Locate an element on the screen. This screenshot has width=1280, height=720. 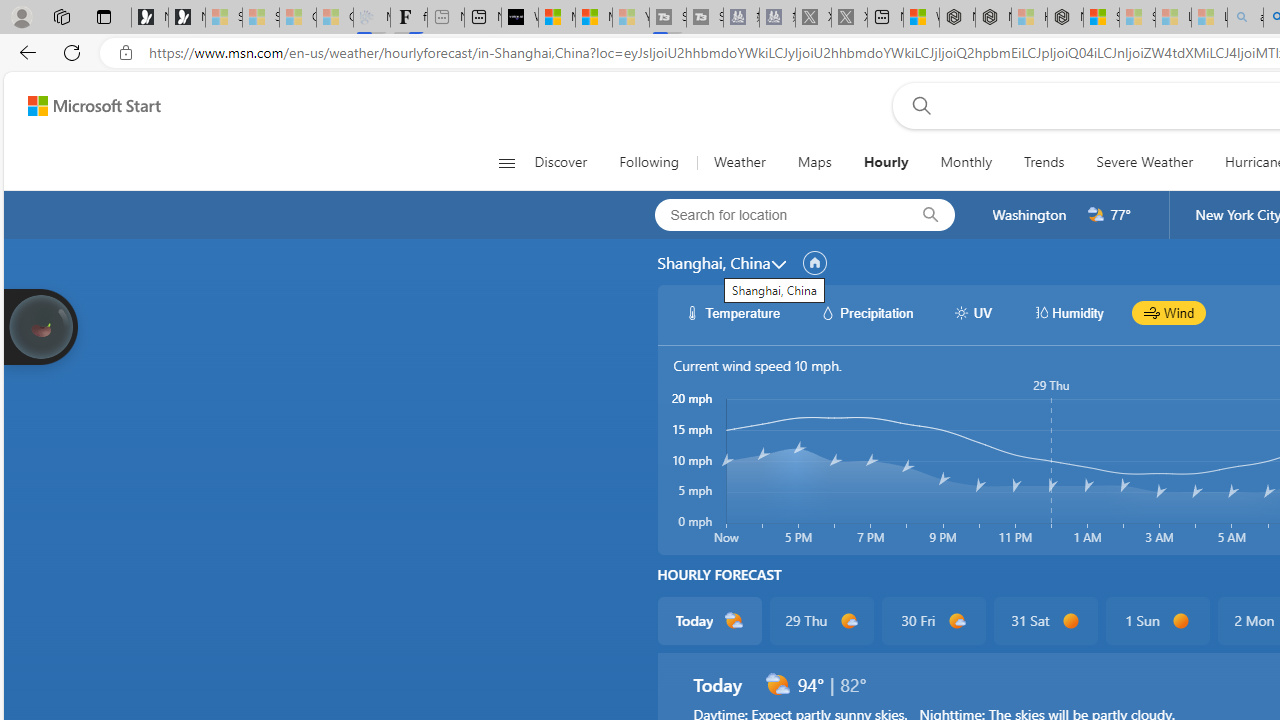
'Trends' is located at coordinates (1044, 162).